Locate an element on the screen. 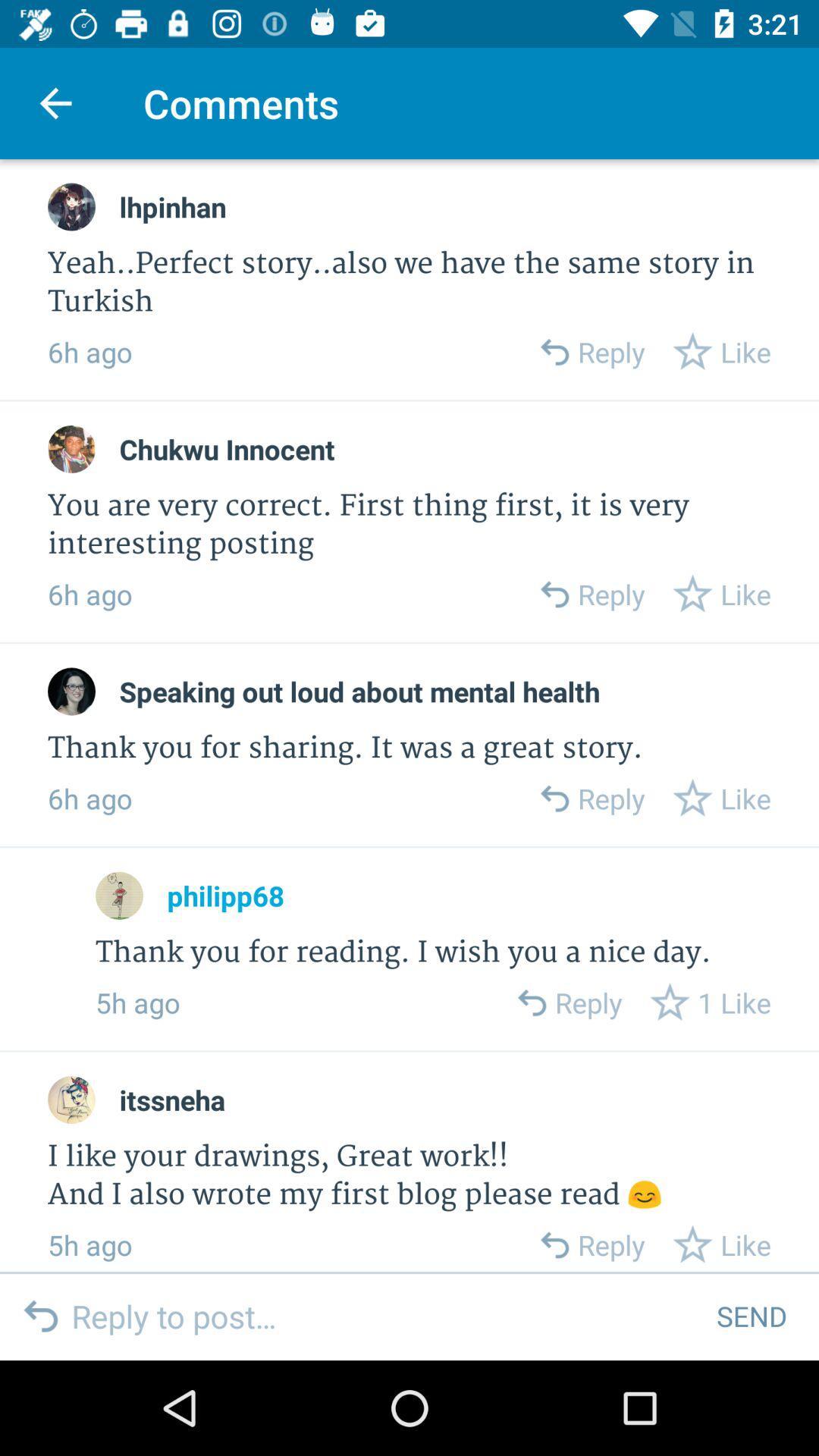  to reply is located at coordinates (554, 1244).